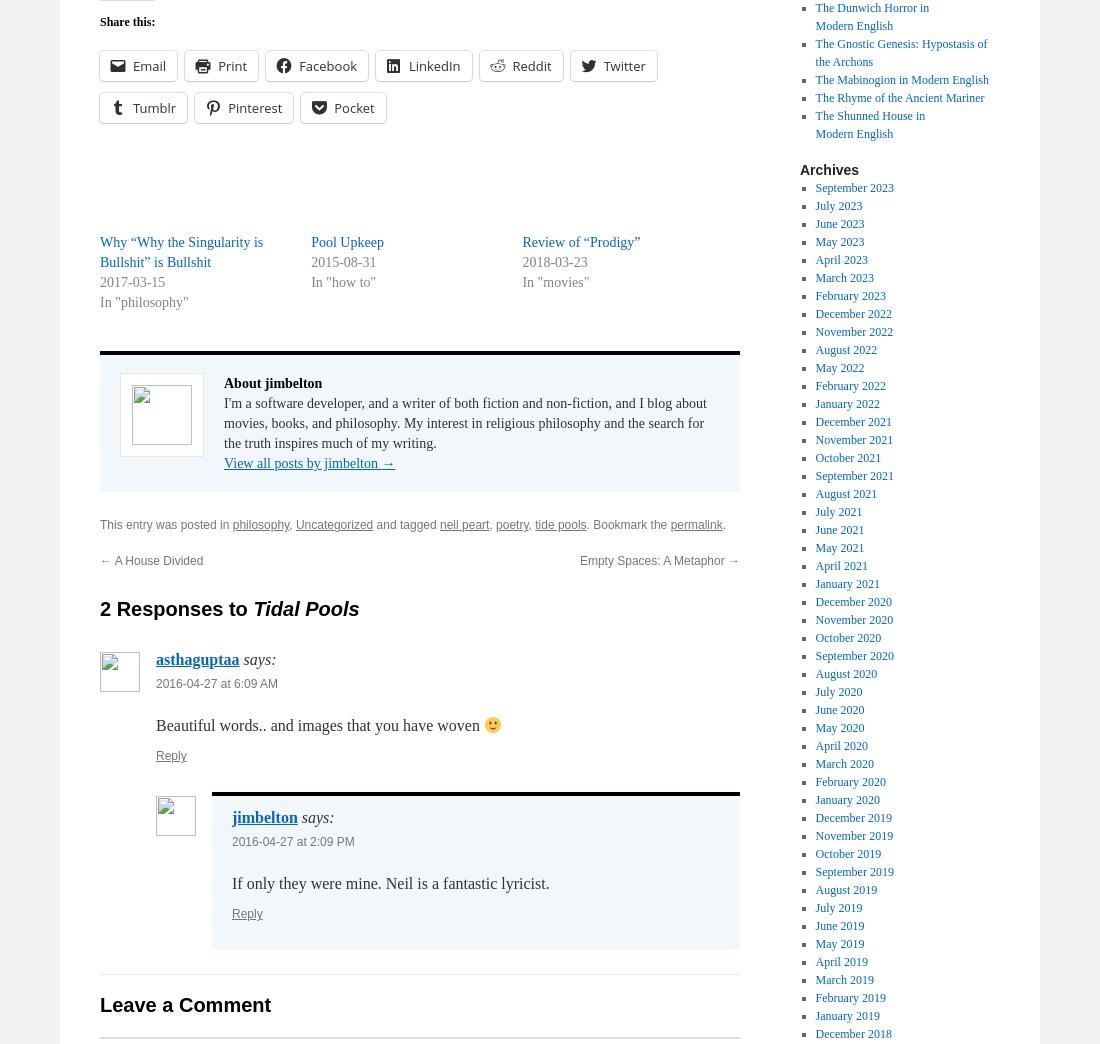 This screenshot has width=1100, height=1044. What do you see at coordinates (814, 385) in the screenshot?
I see `'February 2022'` at bounding box center [814, 385].